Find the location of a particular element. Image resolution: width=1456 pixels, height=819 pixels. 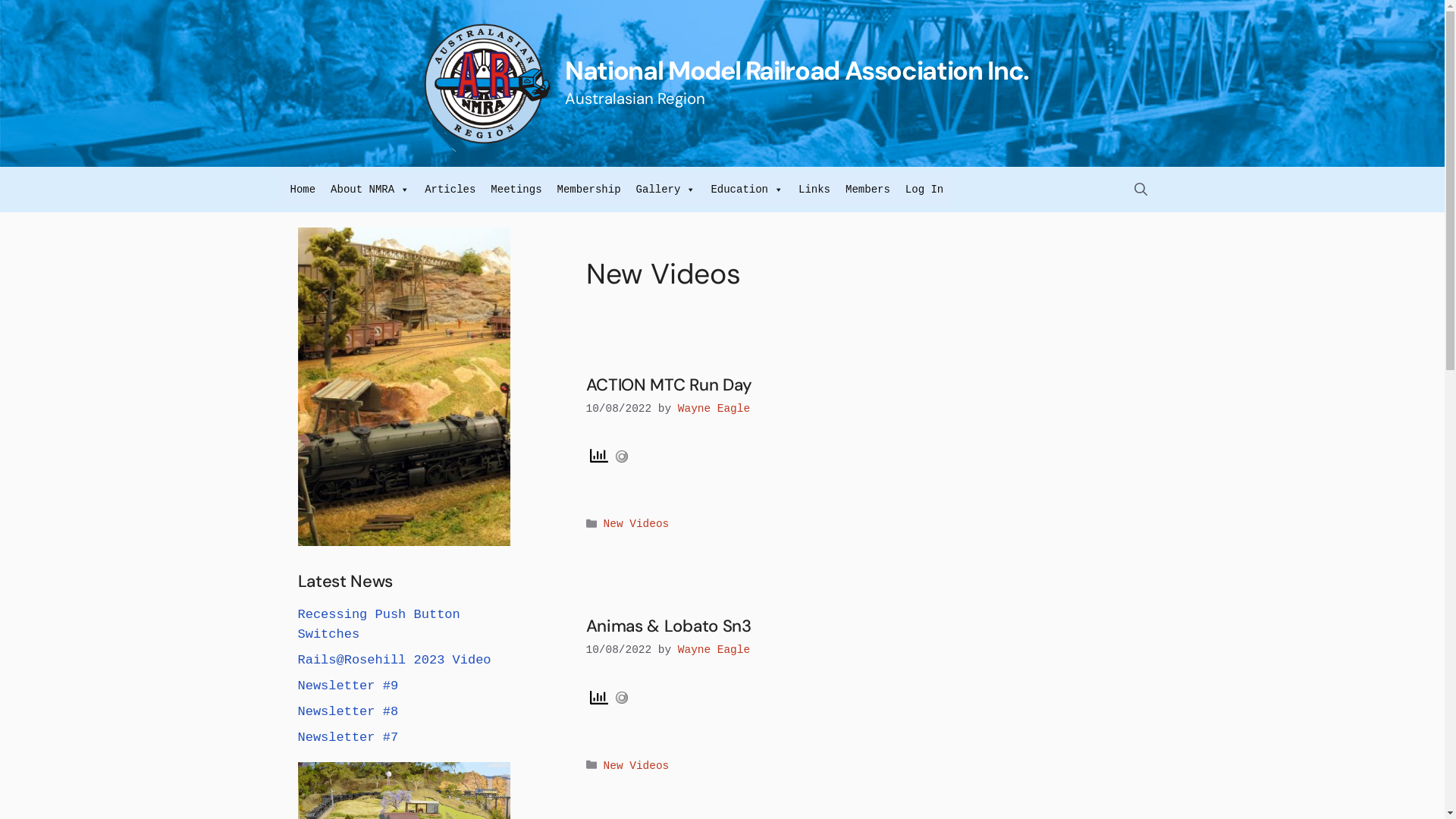

'Gallery' is located at coordinates (666, 189).